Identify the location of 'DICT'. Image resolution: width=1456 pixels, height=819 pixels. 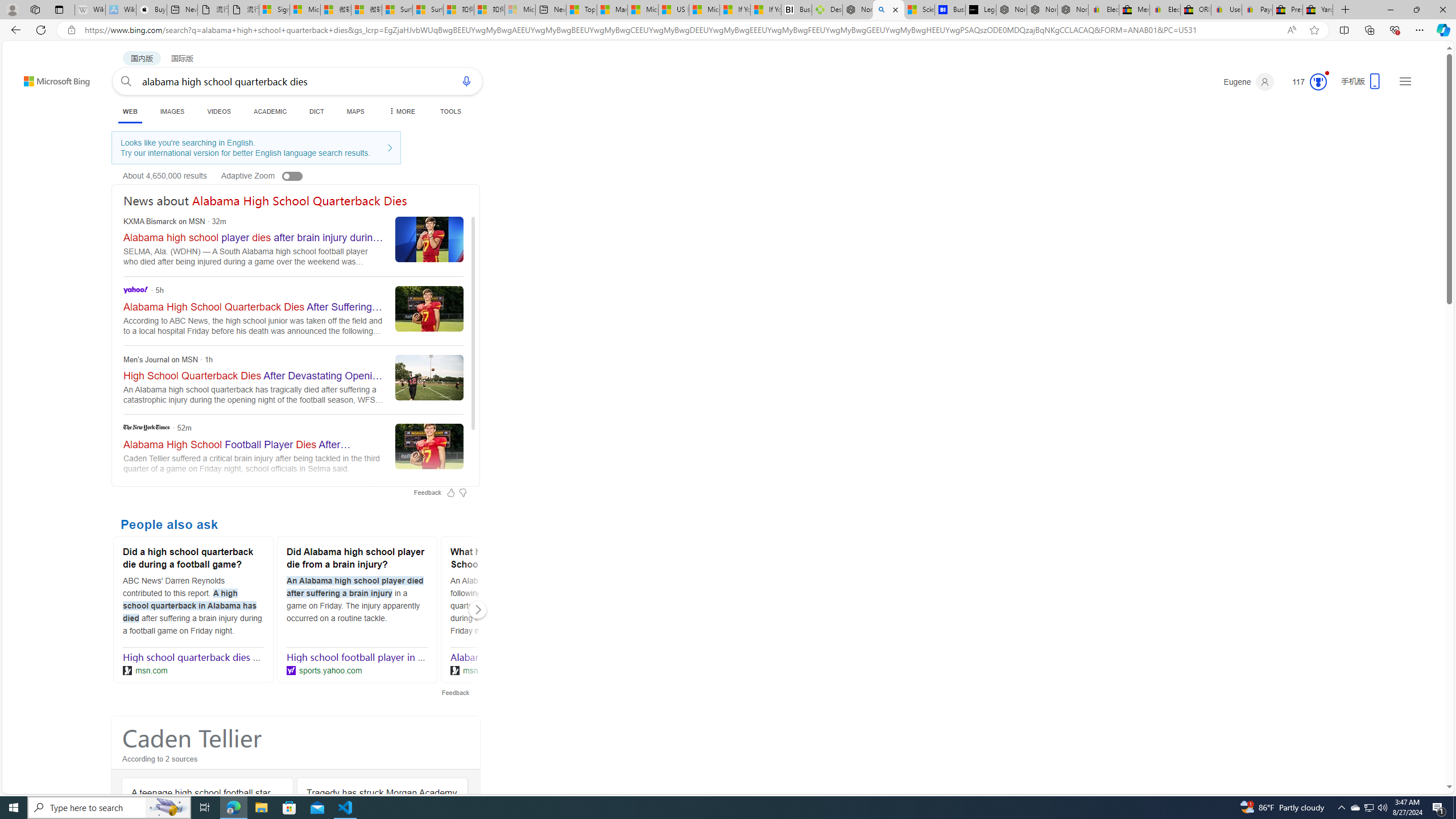
(316, 111).